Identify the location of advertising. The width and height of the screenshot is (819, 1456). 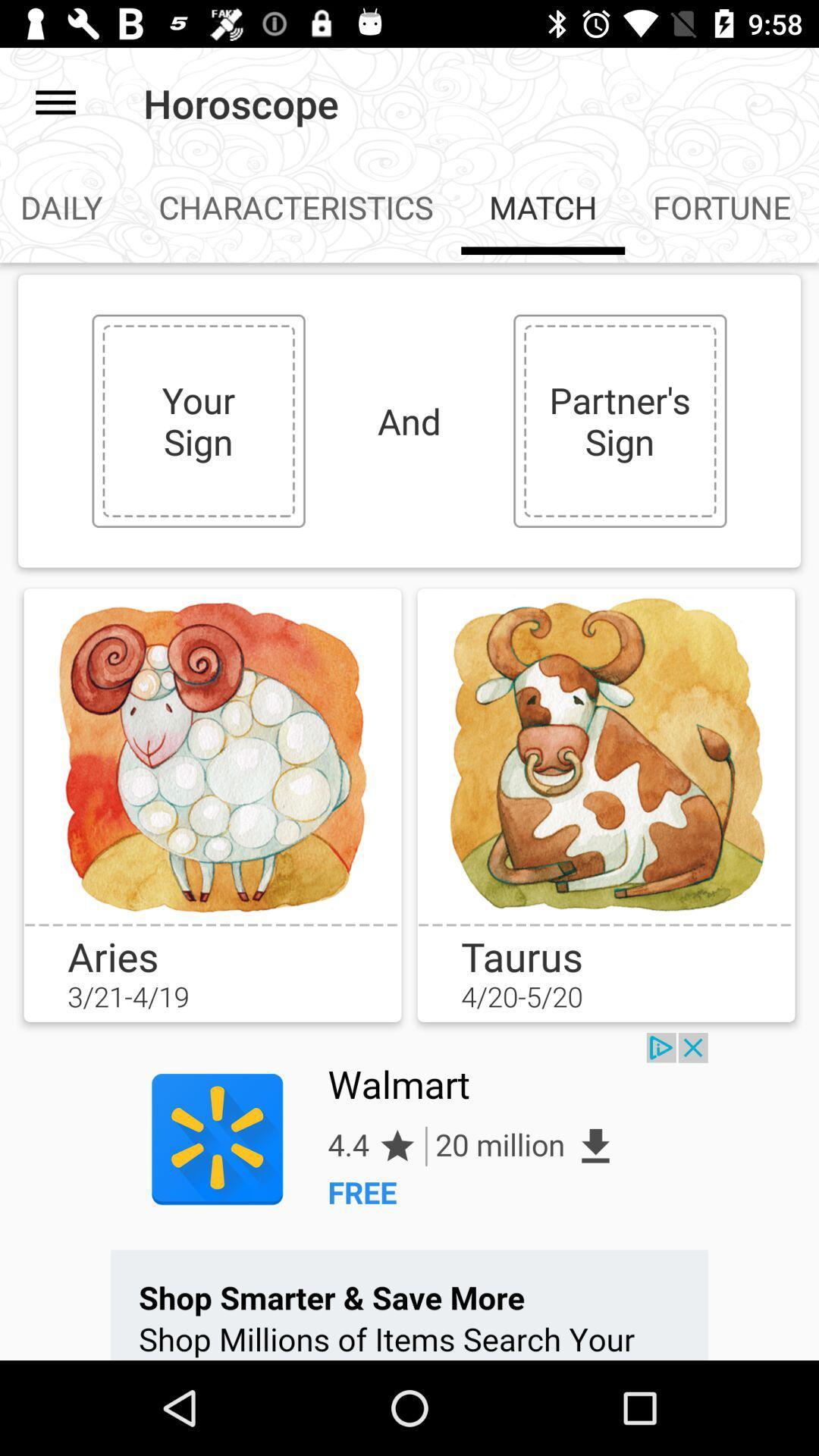
(409, 1196).